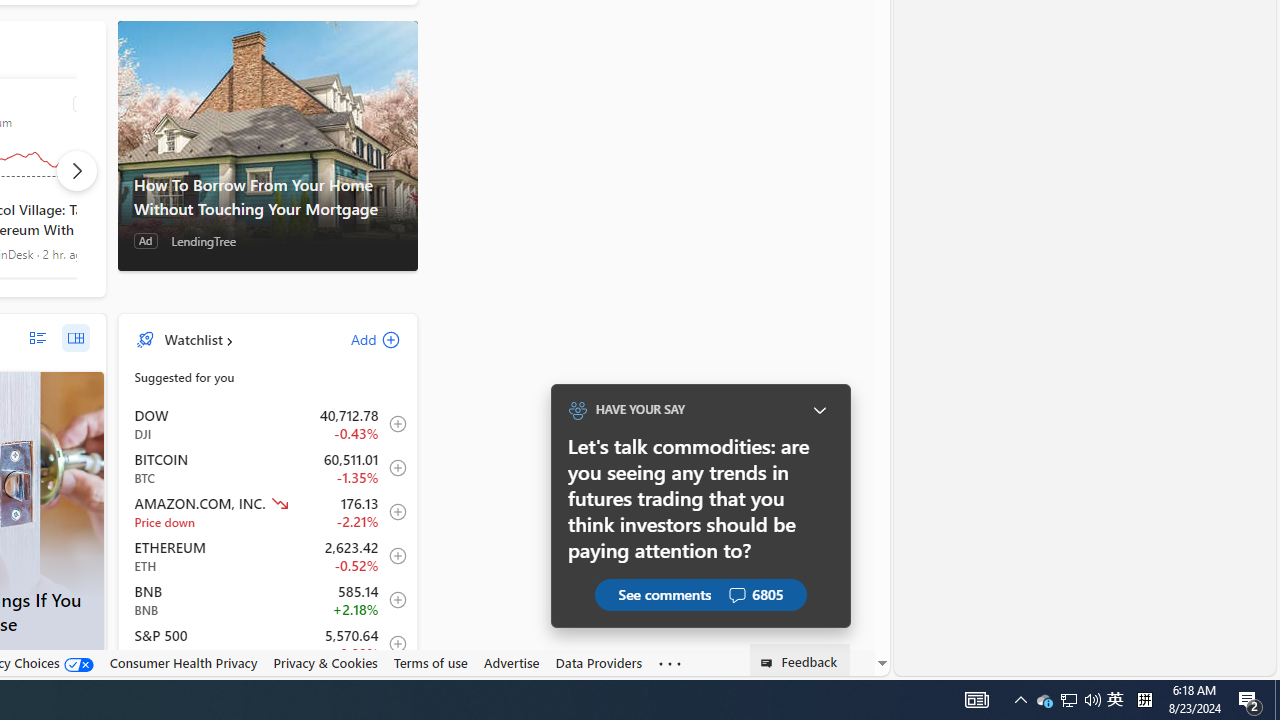  Describe the element at coordinates (769, 663) in the screenshot. I see `'Class: feedback_link_icon-DS-EntryPoint1-1'` at that location.